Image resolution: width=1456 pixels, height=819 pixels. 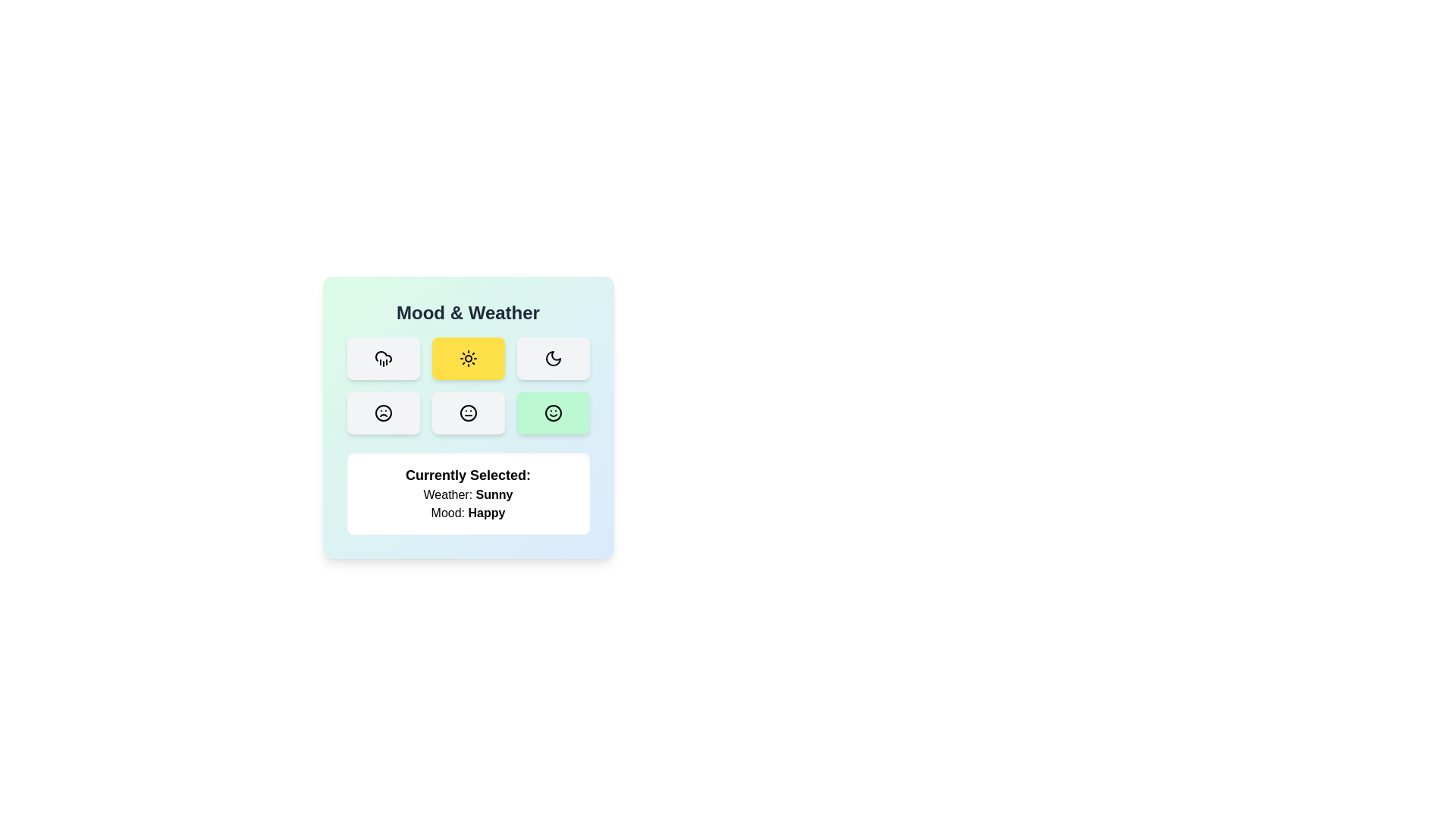 What do you see at coordinates (383, 359) in the screenshot?
I see `the cloud with rain icon in the 'Mood & Weather' section` at bounding box center [383, 359].